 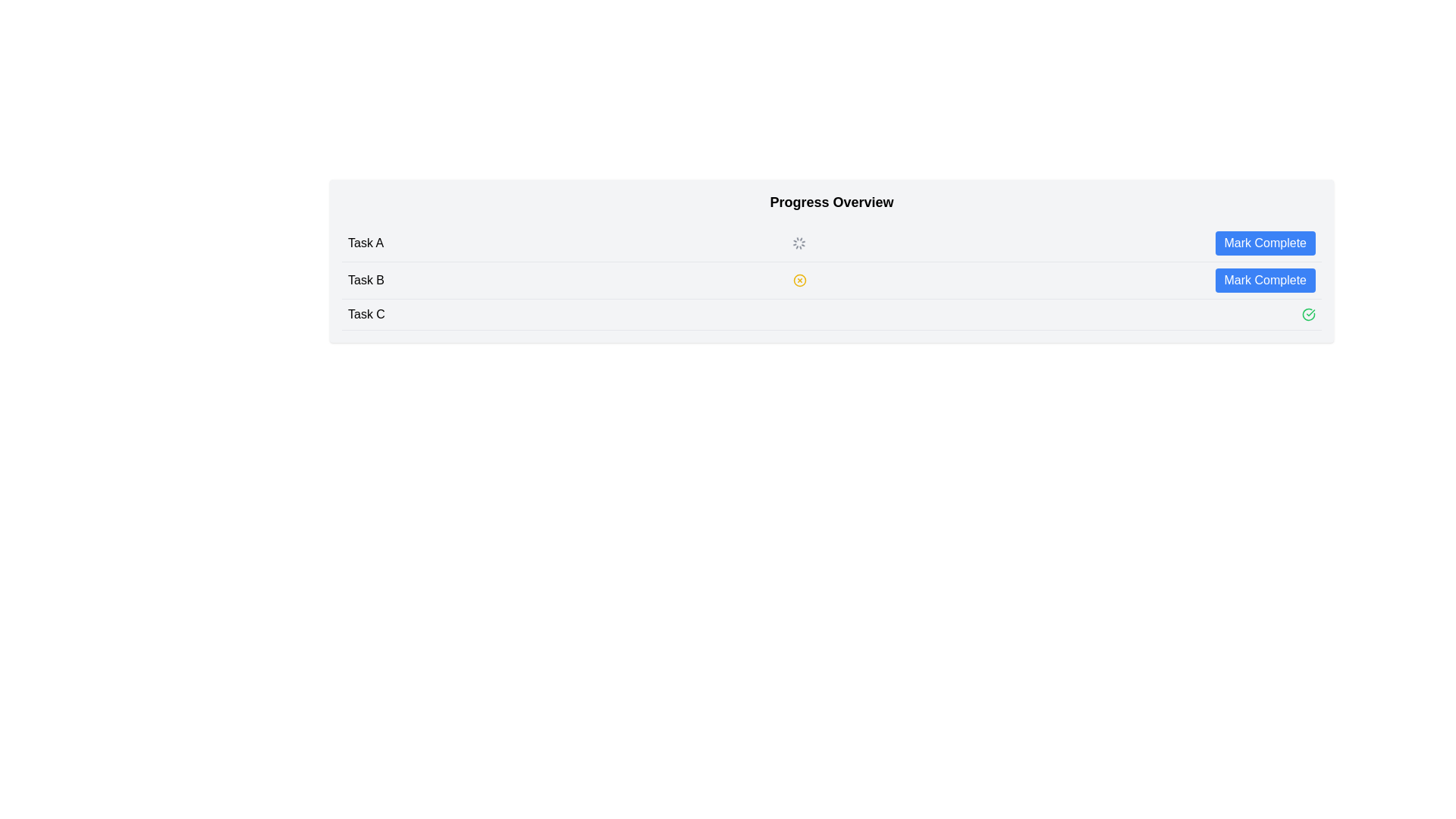 I want to click on the button used to mark 'Task A' as completed, so click(x=1265, y=242).